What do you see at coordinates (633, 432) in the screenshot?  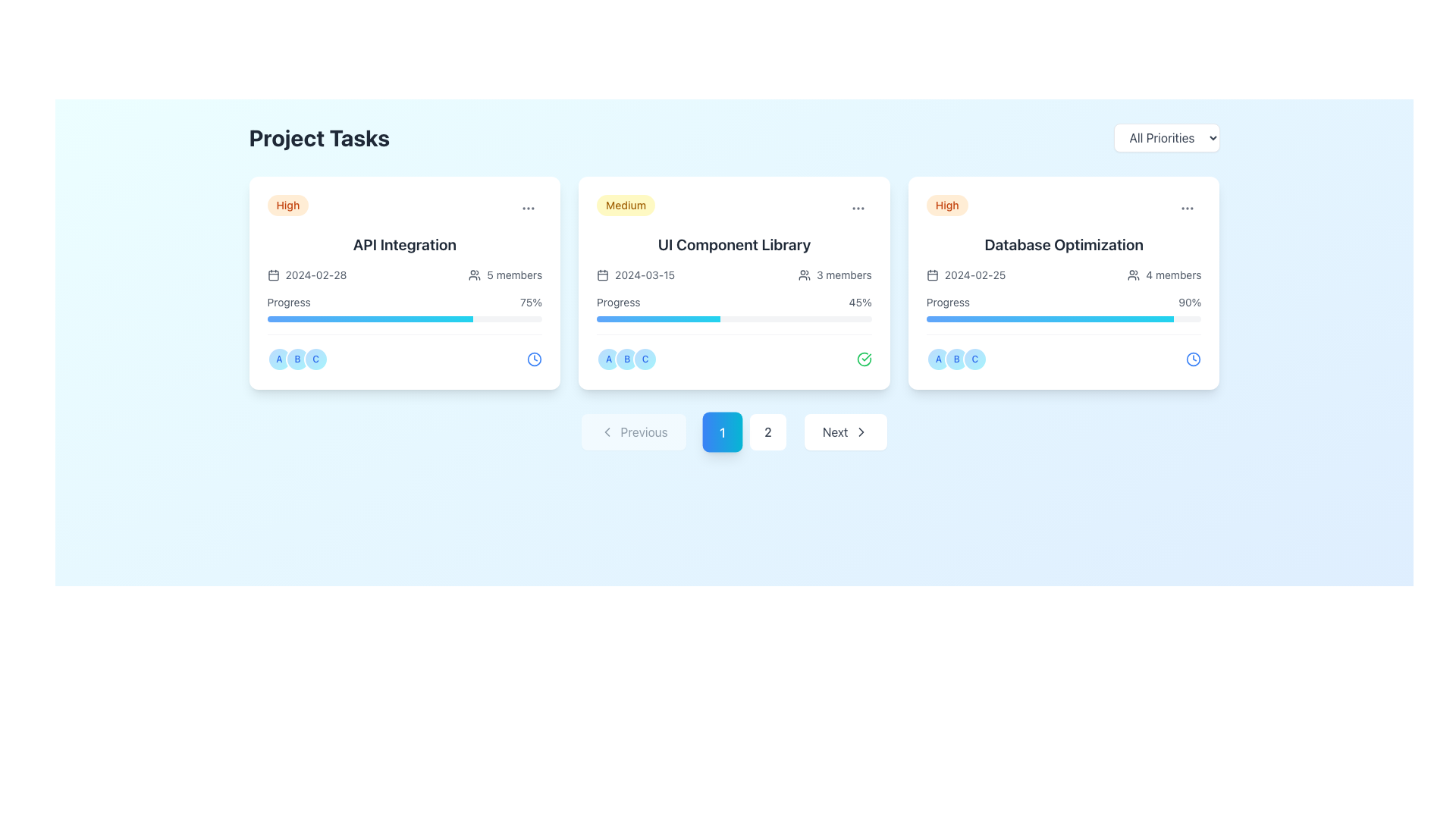 I see `the button located at the bottom left section of the page` at bounding box center [633, 432].